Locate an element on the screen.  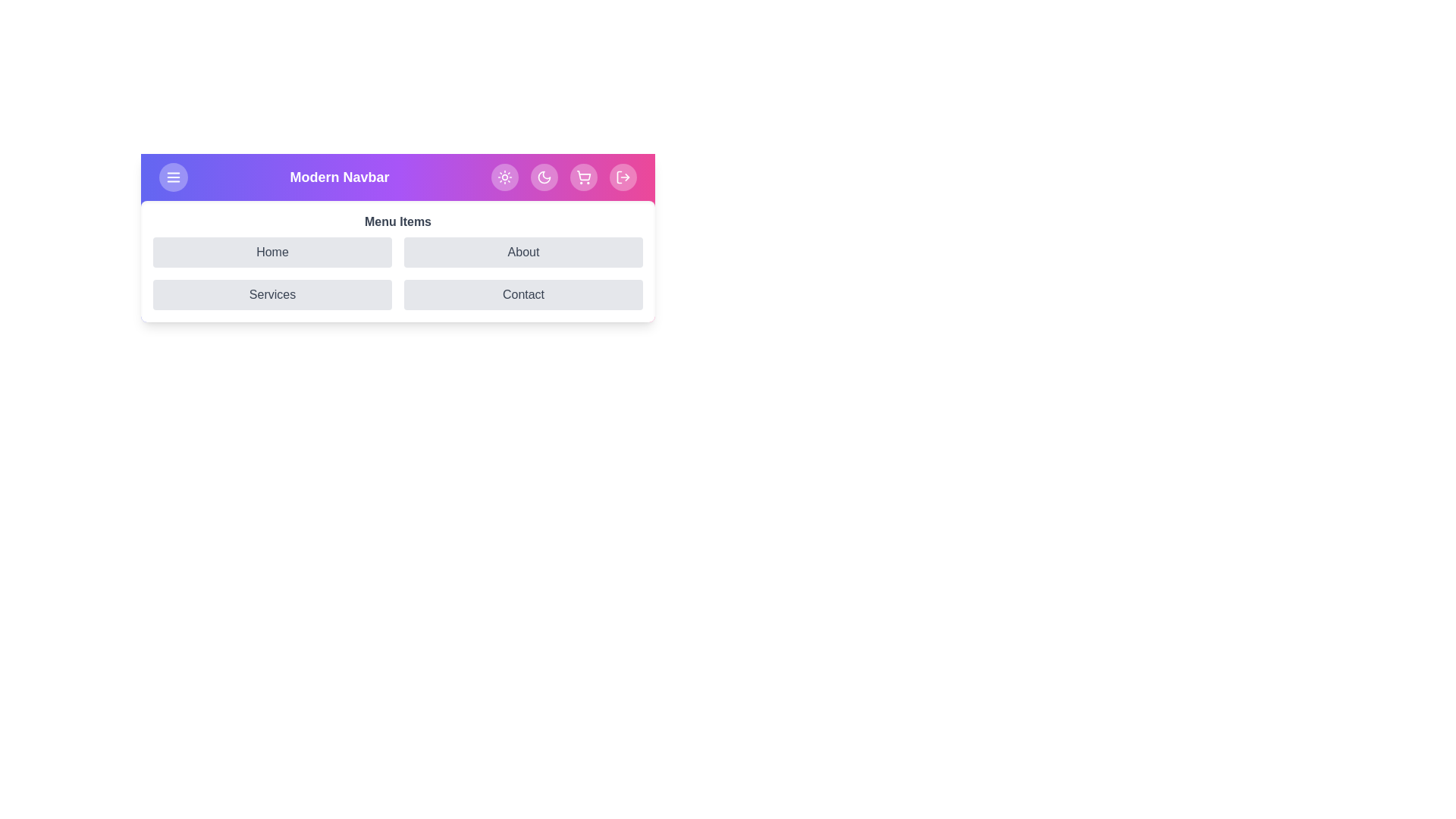
the 'About' menu item is located at coordinates (523, 251).